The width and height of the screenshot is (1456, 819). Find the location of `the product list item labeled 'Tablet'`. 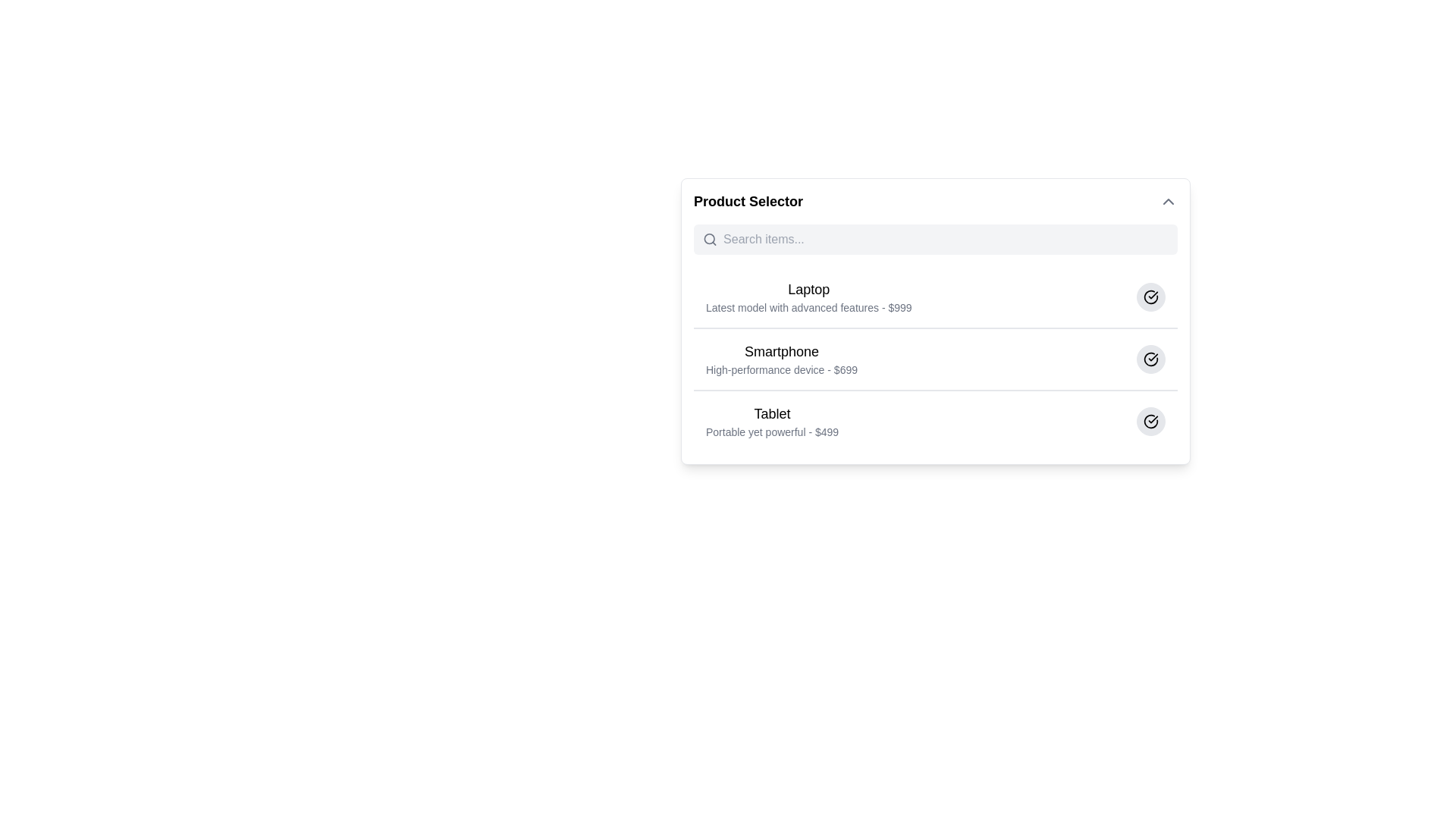

the product list item labeled 'Tablet' is located at coordinates (934, 421).